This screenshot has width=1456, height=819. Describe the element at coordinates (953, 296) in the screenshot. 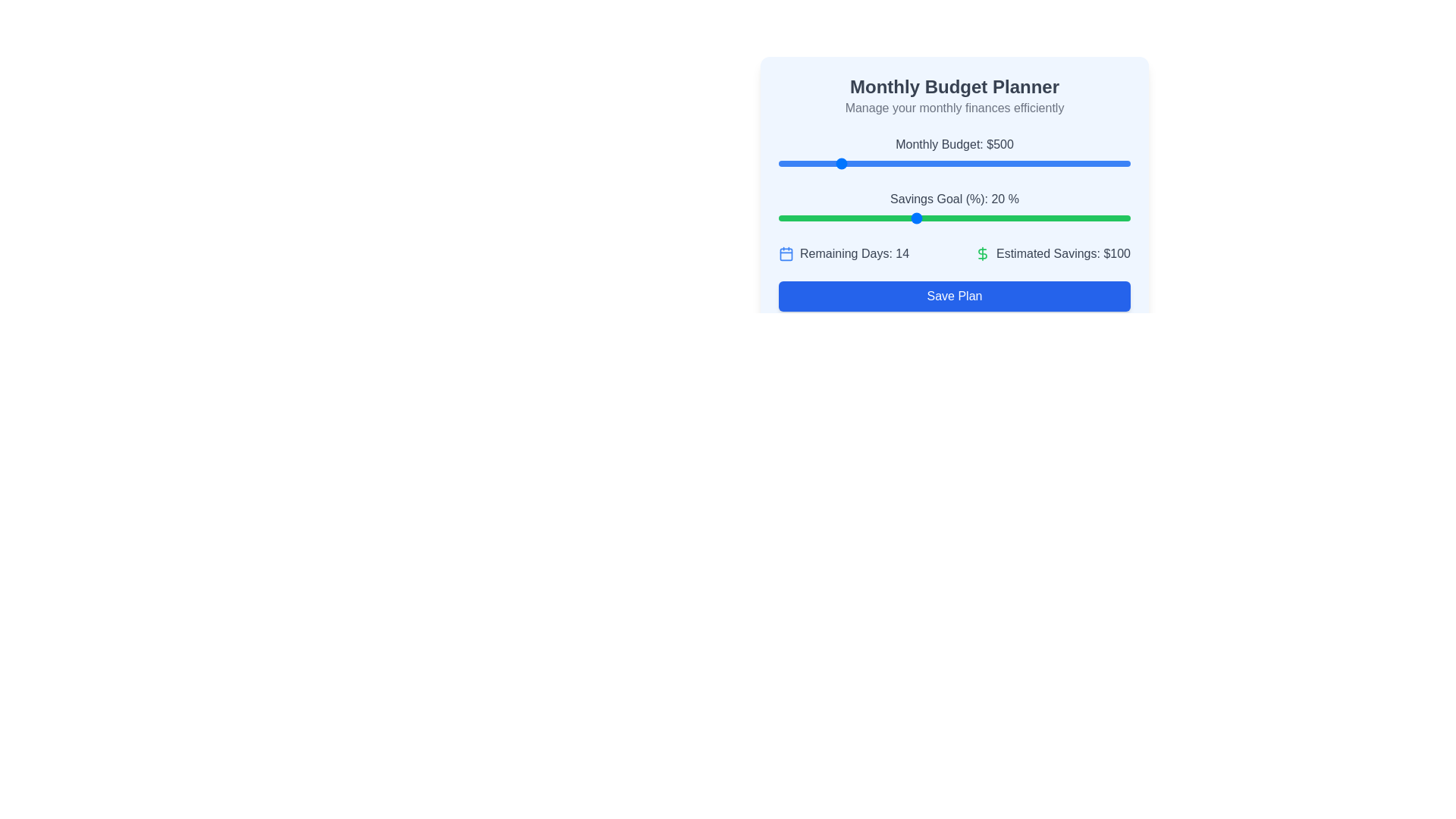

I see `the 'Save Plan' button` at that location.